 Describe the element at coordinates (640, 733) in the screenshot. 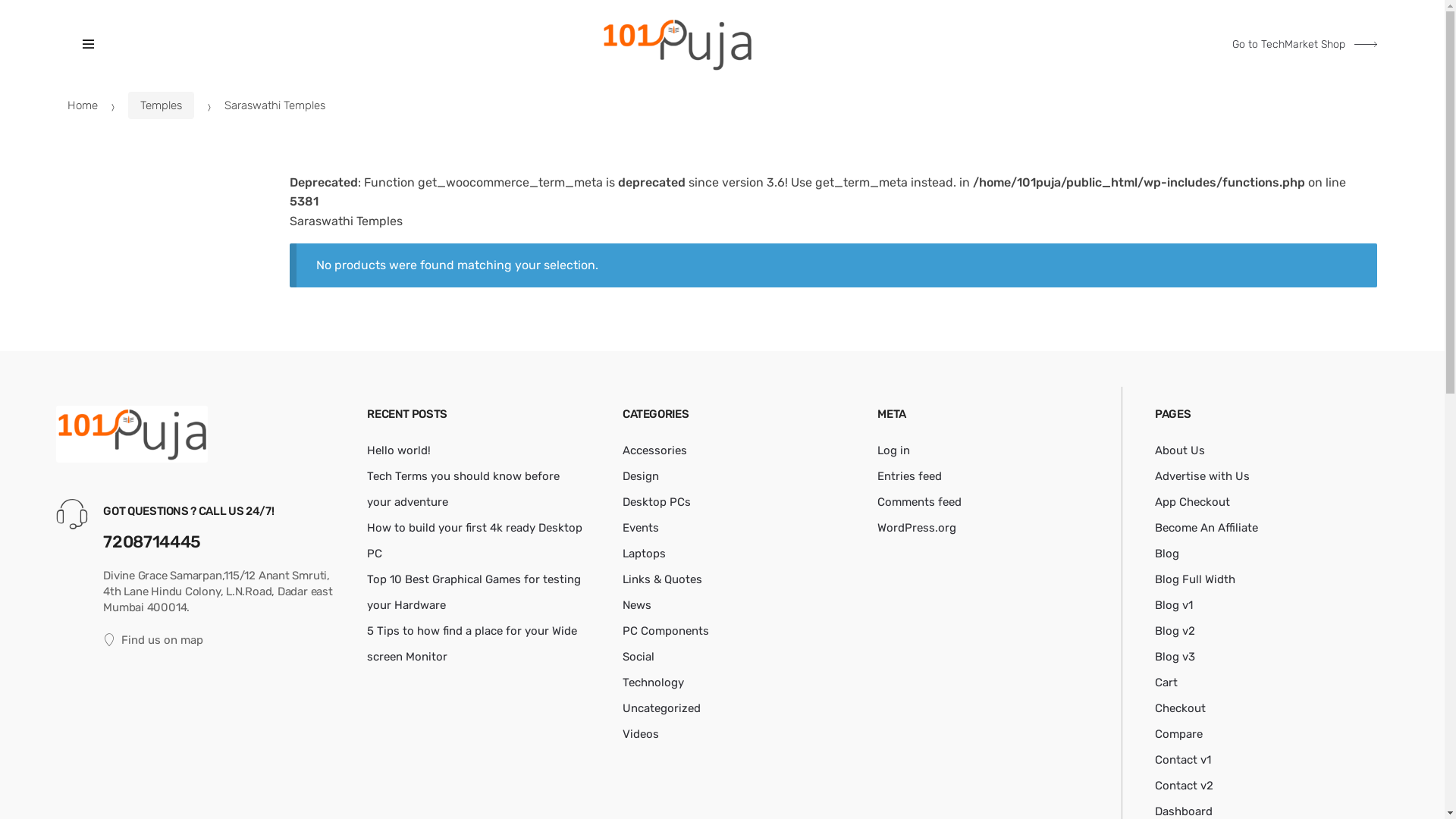

I see `'Videos'` at that location.